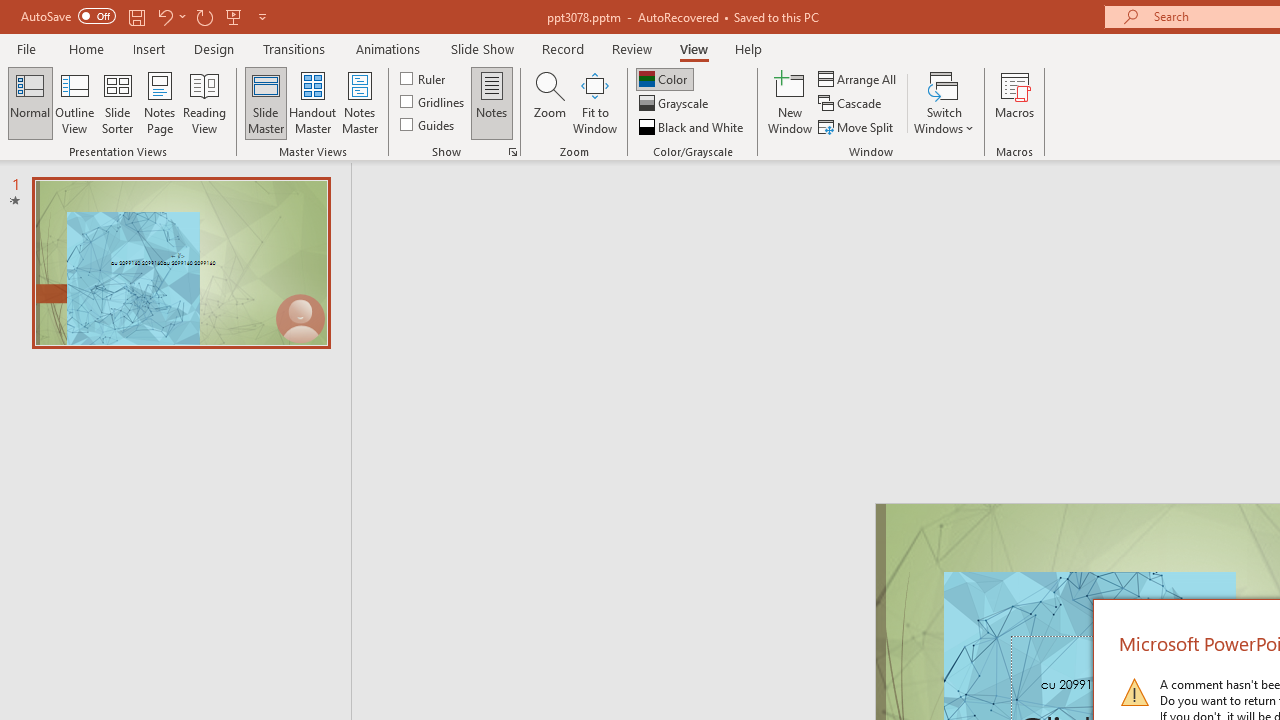  Describe the element at coordinates (264, 103) in the screenshot. I see `'Slide Master'` at that location.